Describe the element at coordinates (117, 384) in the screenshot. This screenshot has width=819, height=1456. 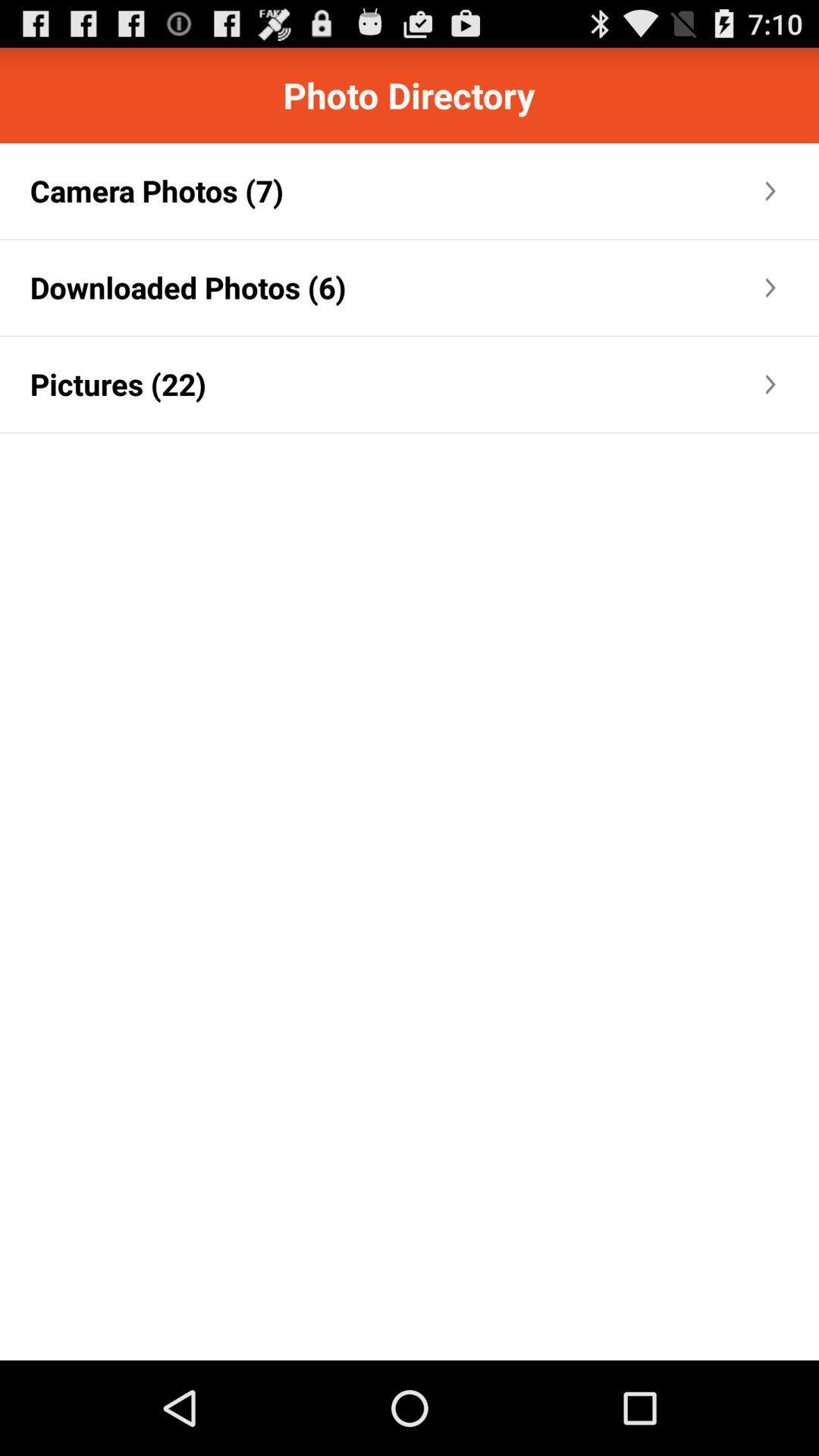
I see `pictures (22) app` at that location.